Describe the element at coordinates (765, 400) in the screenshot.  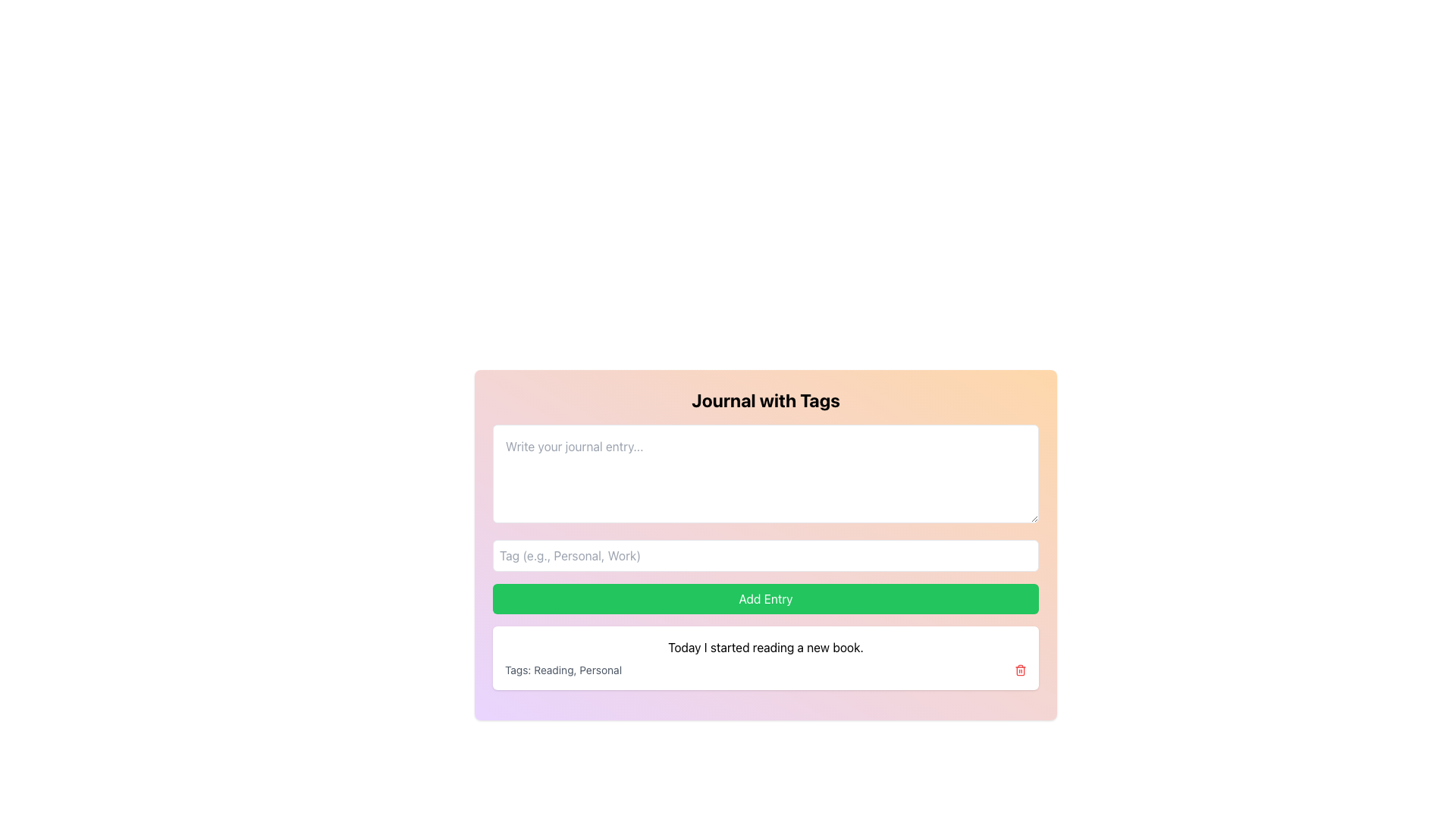
I see `the heading element displaying 'Journal with Tags', which is a bold, large-sized text in black font located at the top of a gradient-styled card` at that location.